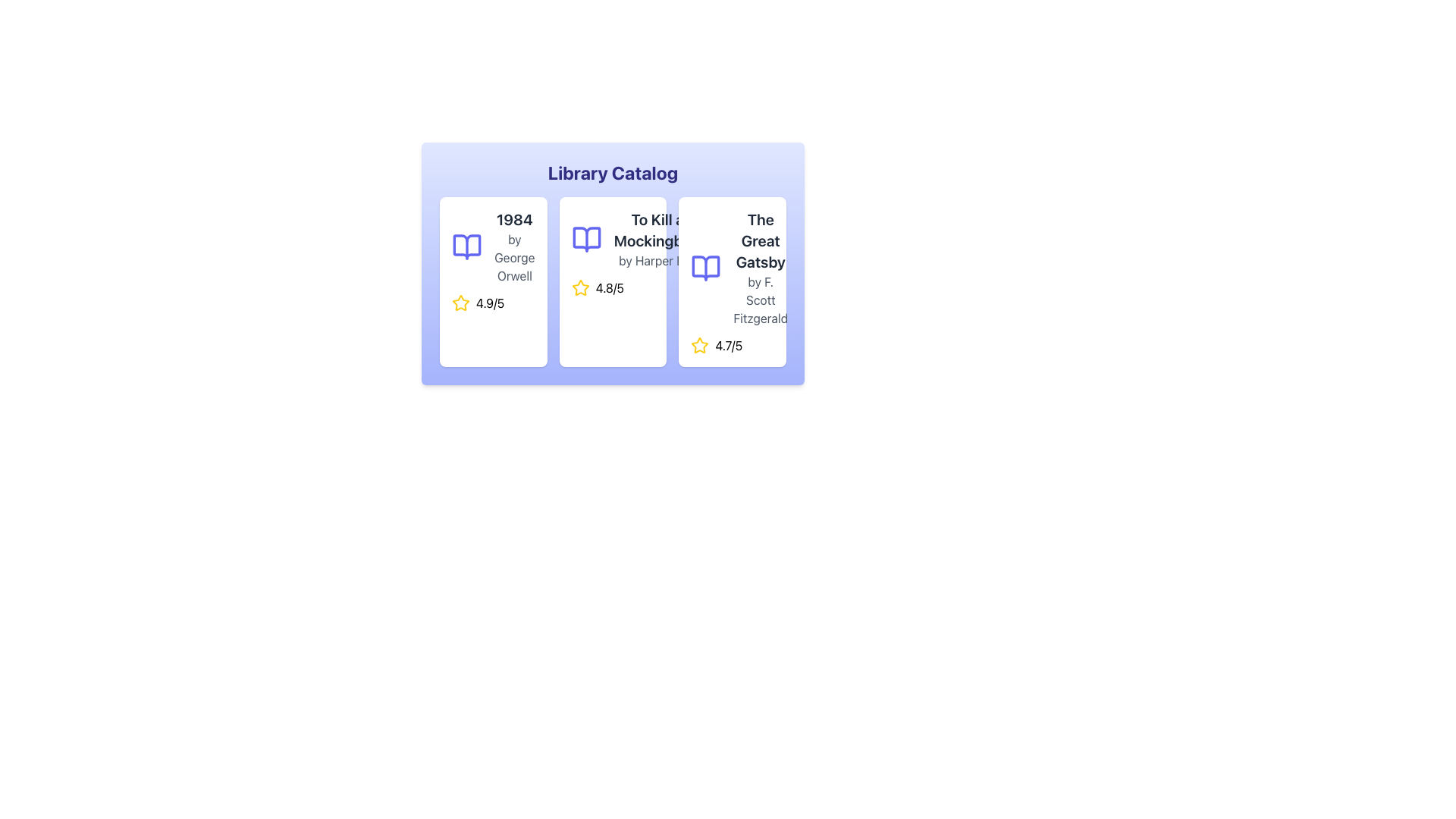  I want to click on the text display element that shows the title and author's name of a book in the library catalog system, so click(514, 246).